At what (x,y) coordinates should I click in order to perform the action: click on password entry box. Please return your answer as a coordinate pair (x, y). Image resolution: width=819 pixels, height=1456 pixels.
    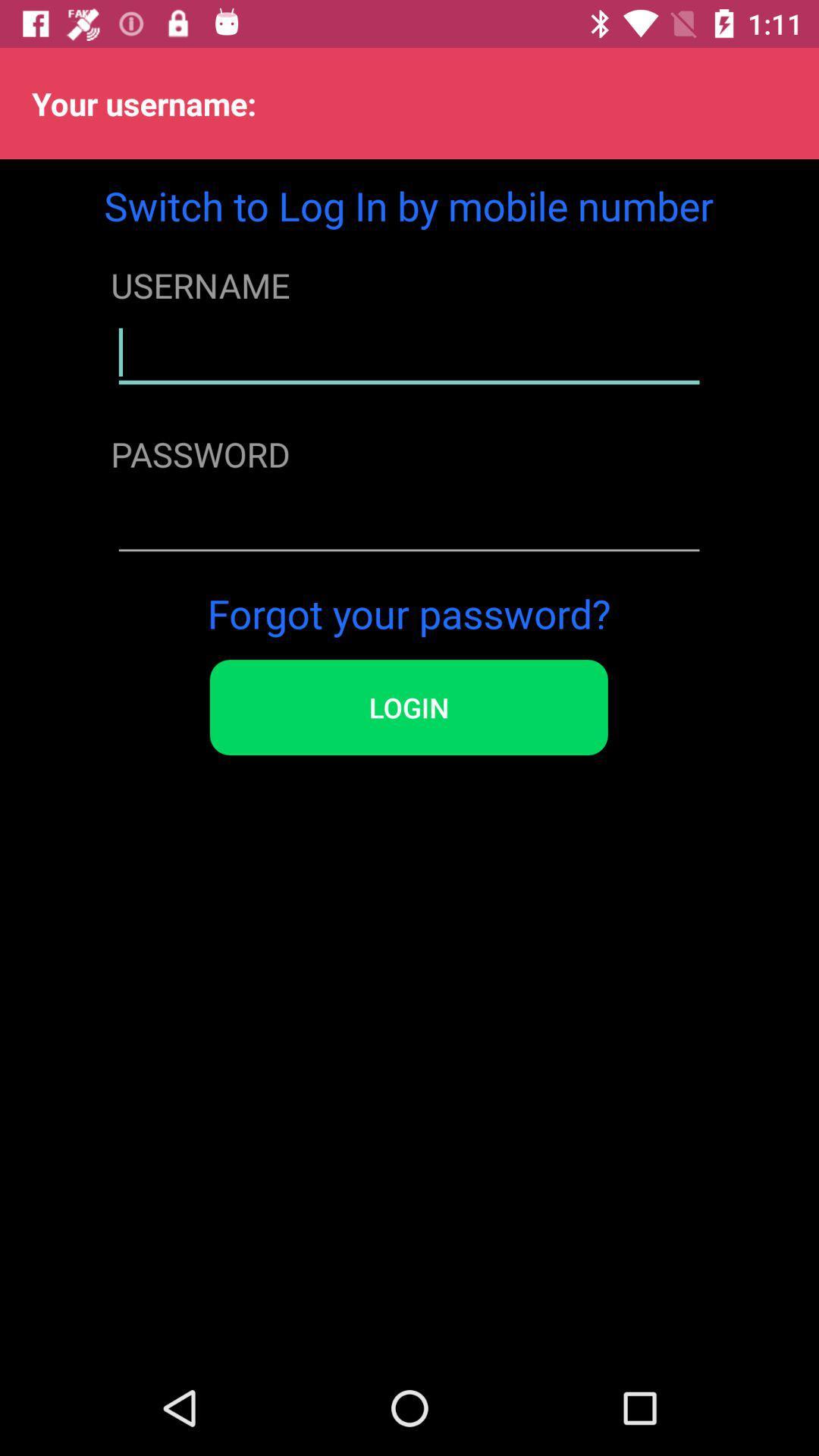
    Looking at the image, I should click on (408, 522).